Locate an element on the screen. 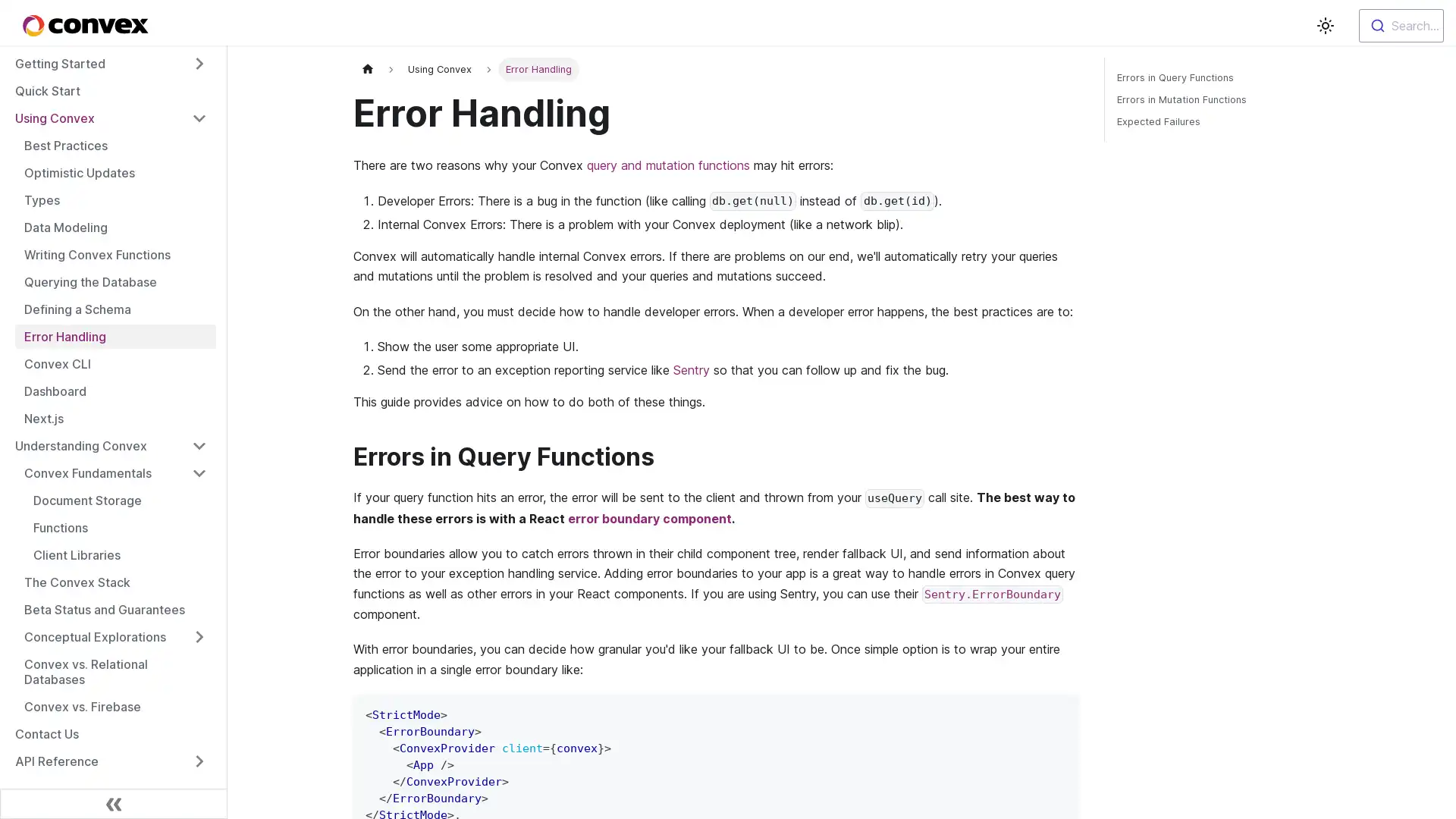  Search... is located at coordinates (1401, 26).